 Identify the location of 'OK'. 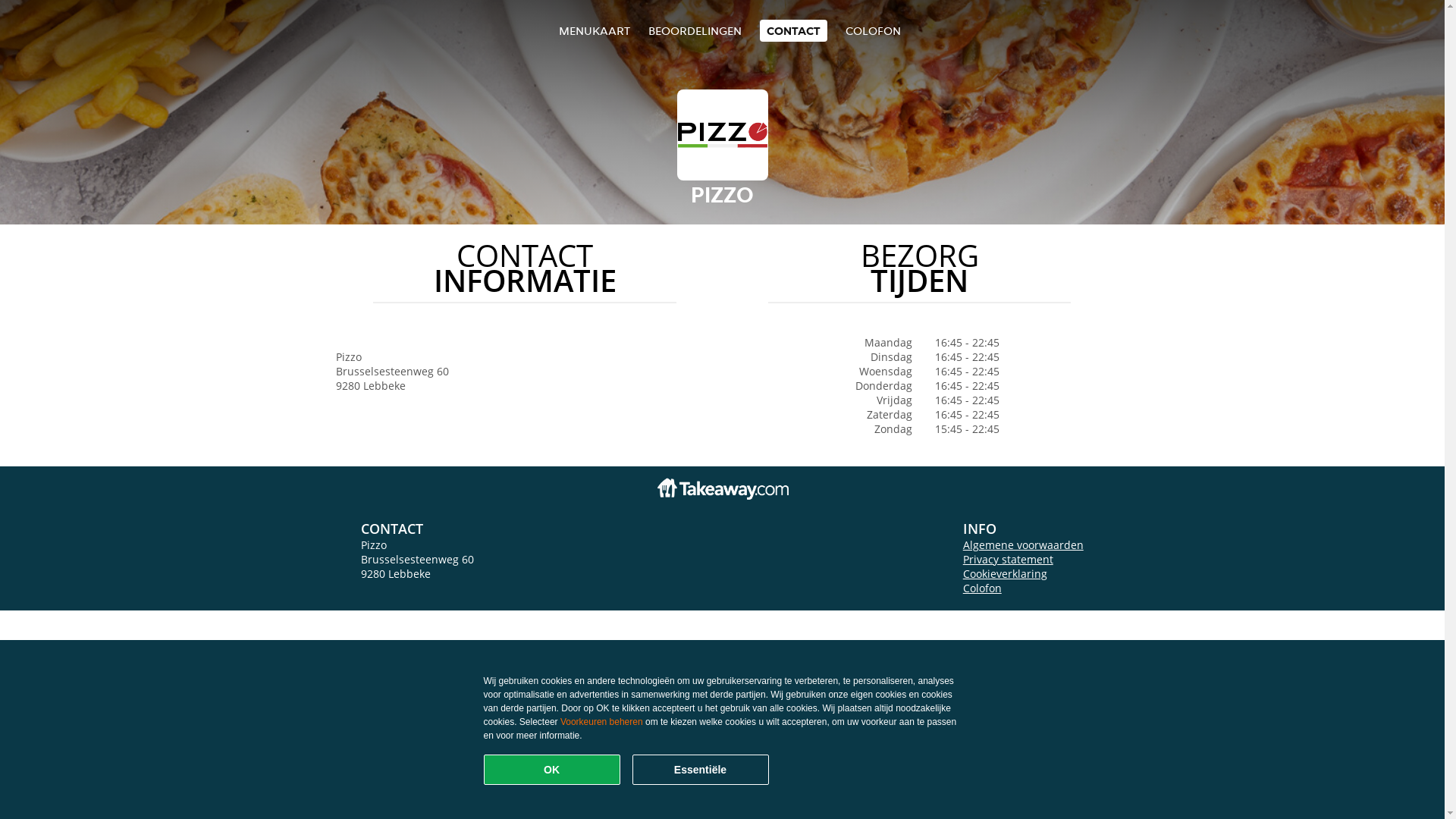
(551, 769).